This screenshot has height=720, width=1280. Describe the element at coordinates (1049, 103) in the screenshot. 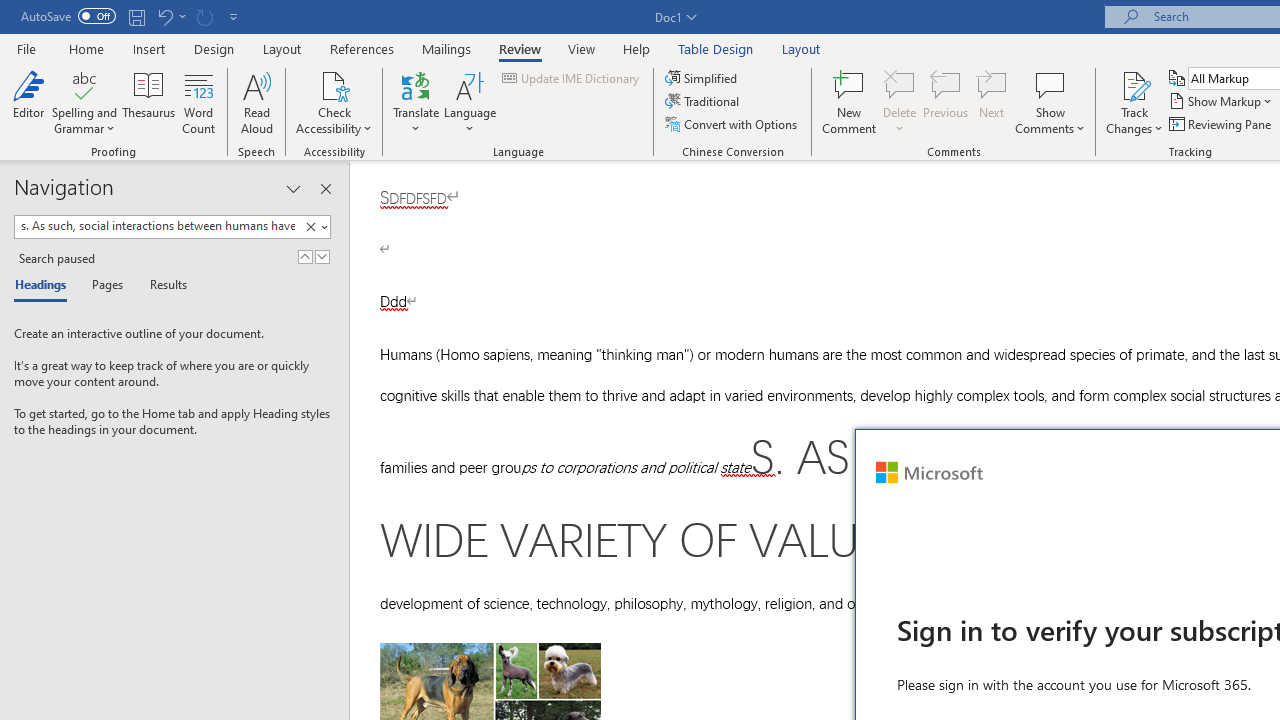

I see `'Show Comments'` at that location.